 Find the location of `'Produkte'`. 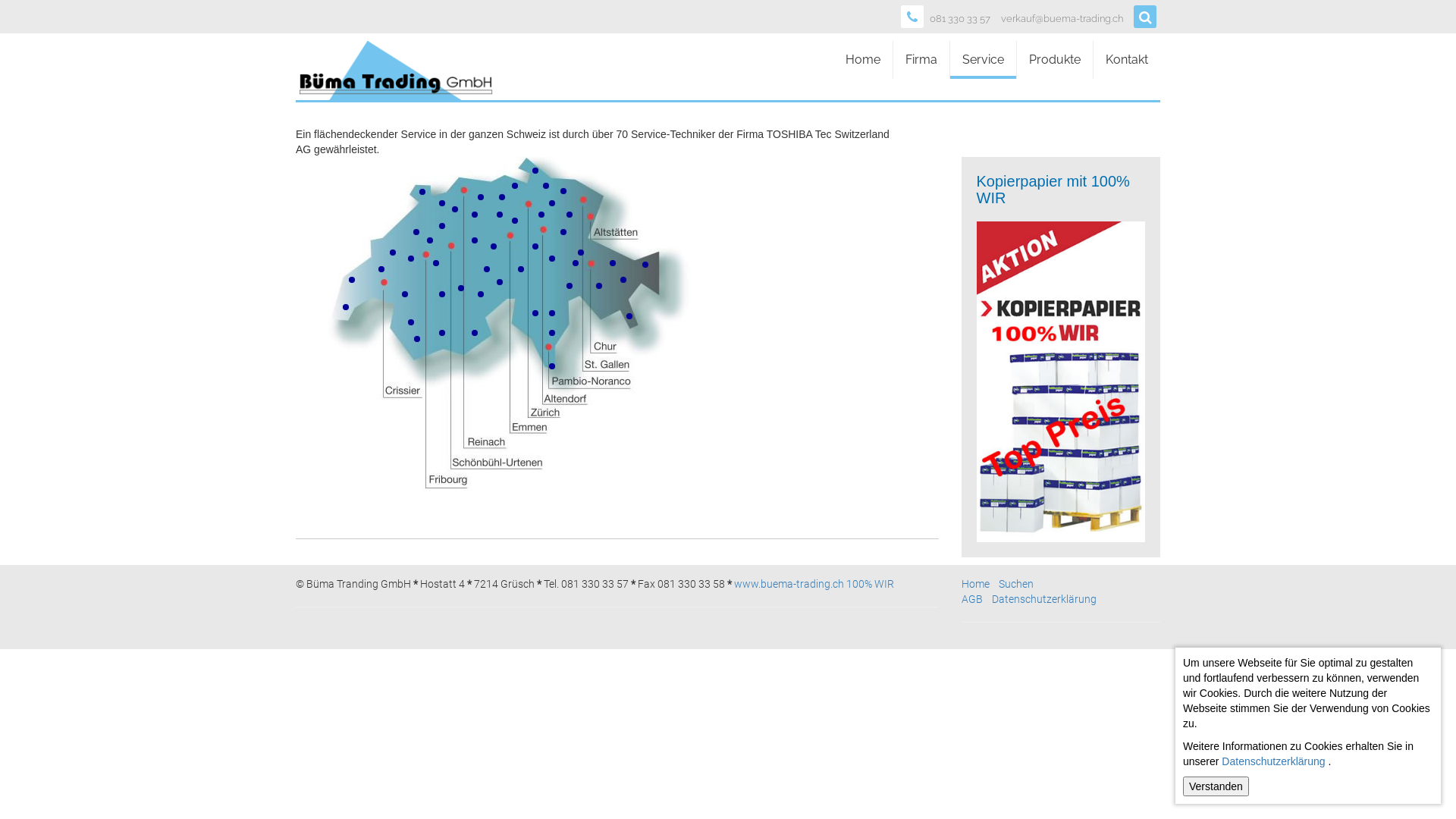

'Produkte' is located at coordinates (1054, 58).